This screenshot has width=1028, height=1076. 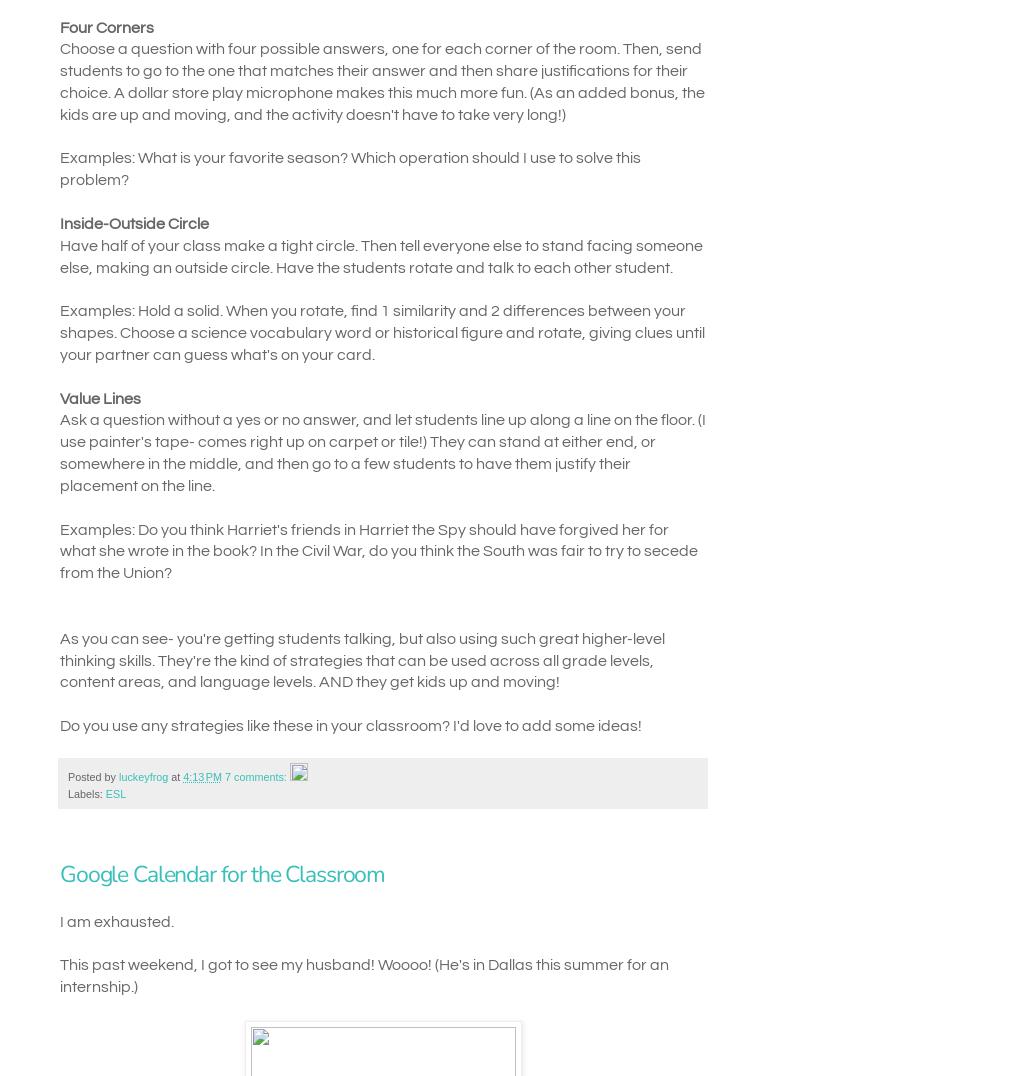 I want to click on 'luckeyfrog', so click(x=143, y=776).